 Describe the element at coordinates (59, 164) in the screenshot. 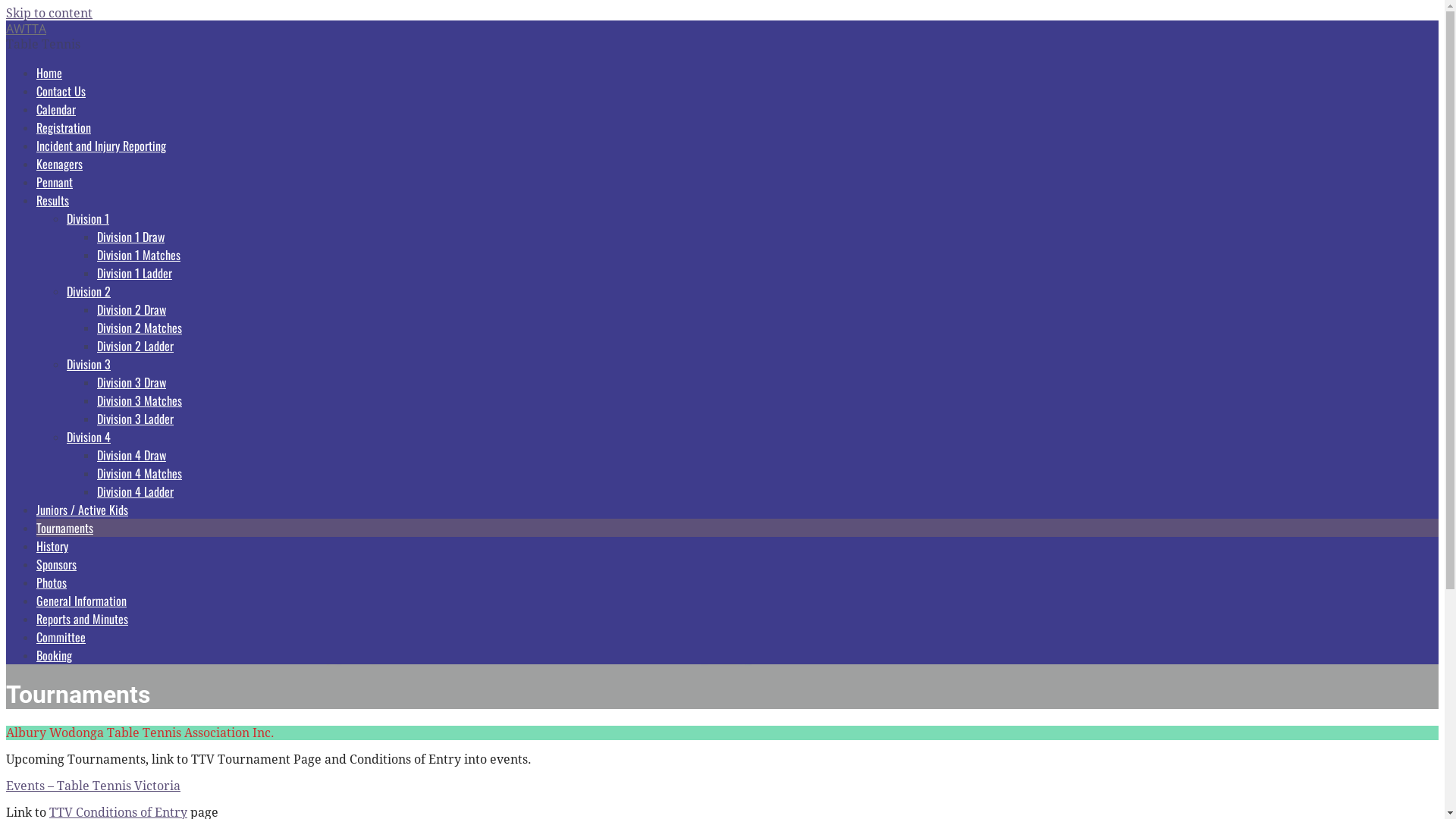

I see `'Keenagers'` at that location.